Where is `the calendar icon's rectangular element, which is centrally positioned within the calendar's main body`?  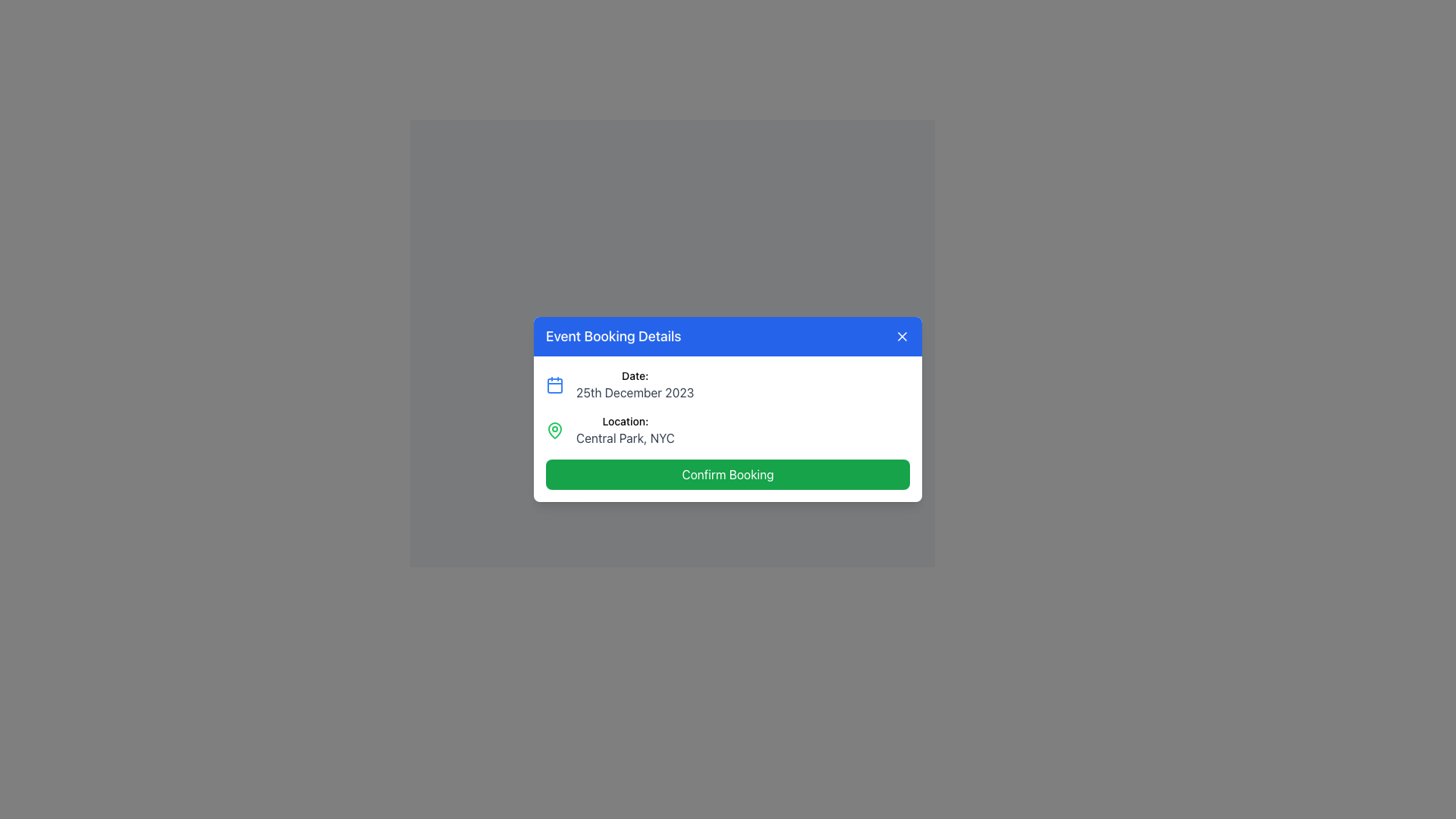
the calendar icon's rectangular element, which is centrally positioned within the calendar's main body is located at coordinates (554, 385).